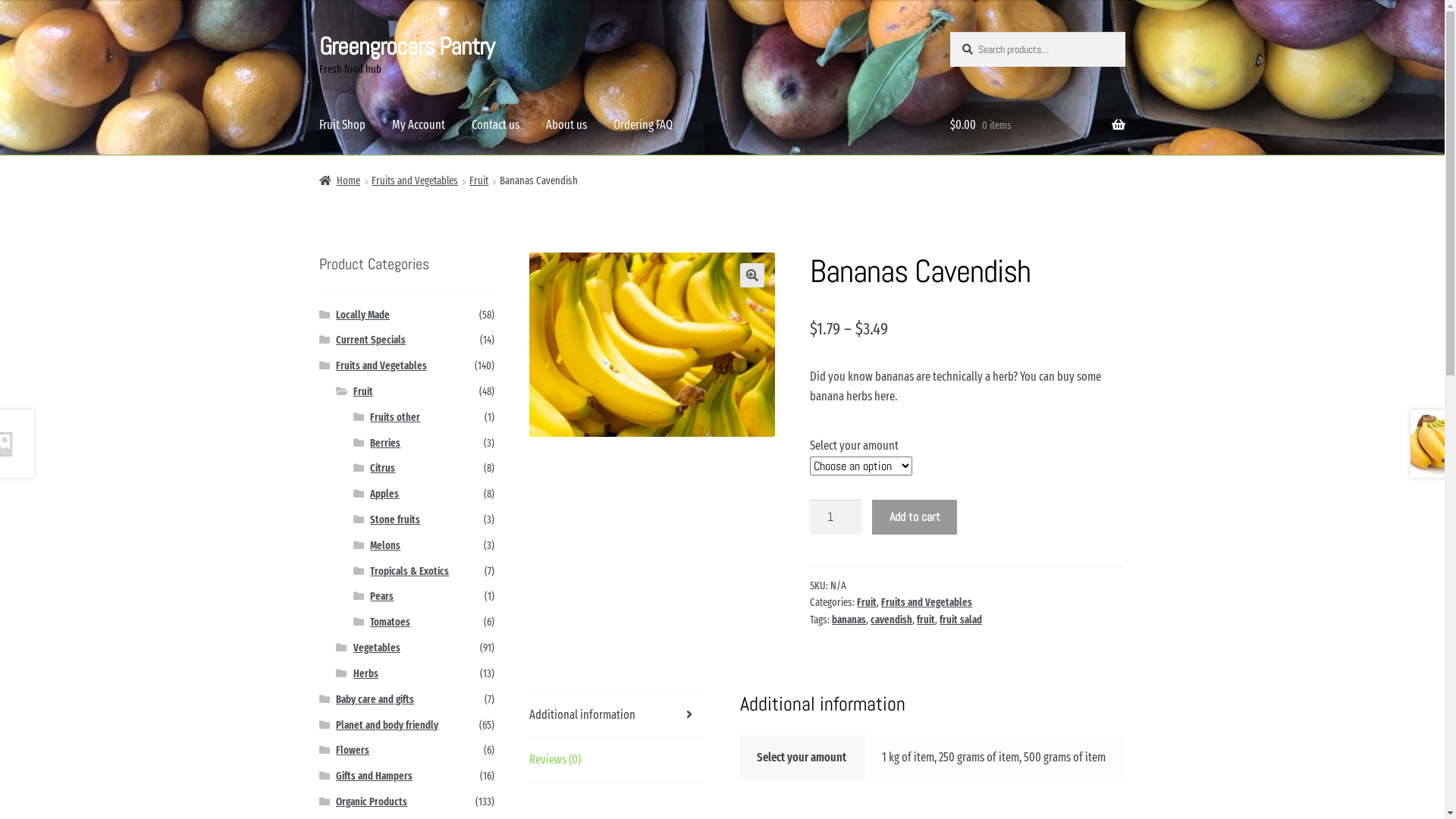 This screenshot has width=1456, height=819. What do you see at coordinates (385, 443) in the screenshot?
I see `'Berries'` at bounding box center [385, 443].